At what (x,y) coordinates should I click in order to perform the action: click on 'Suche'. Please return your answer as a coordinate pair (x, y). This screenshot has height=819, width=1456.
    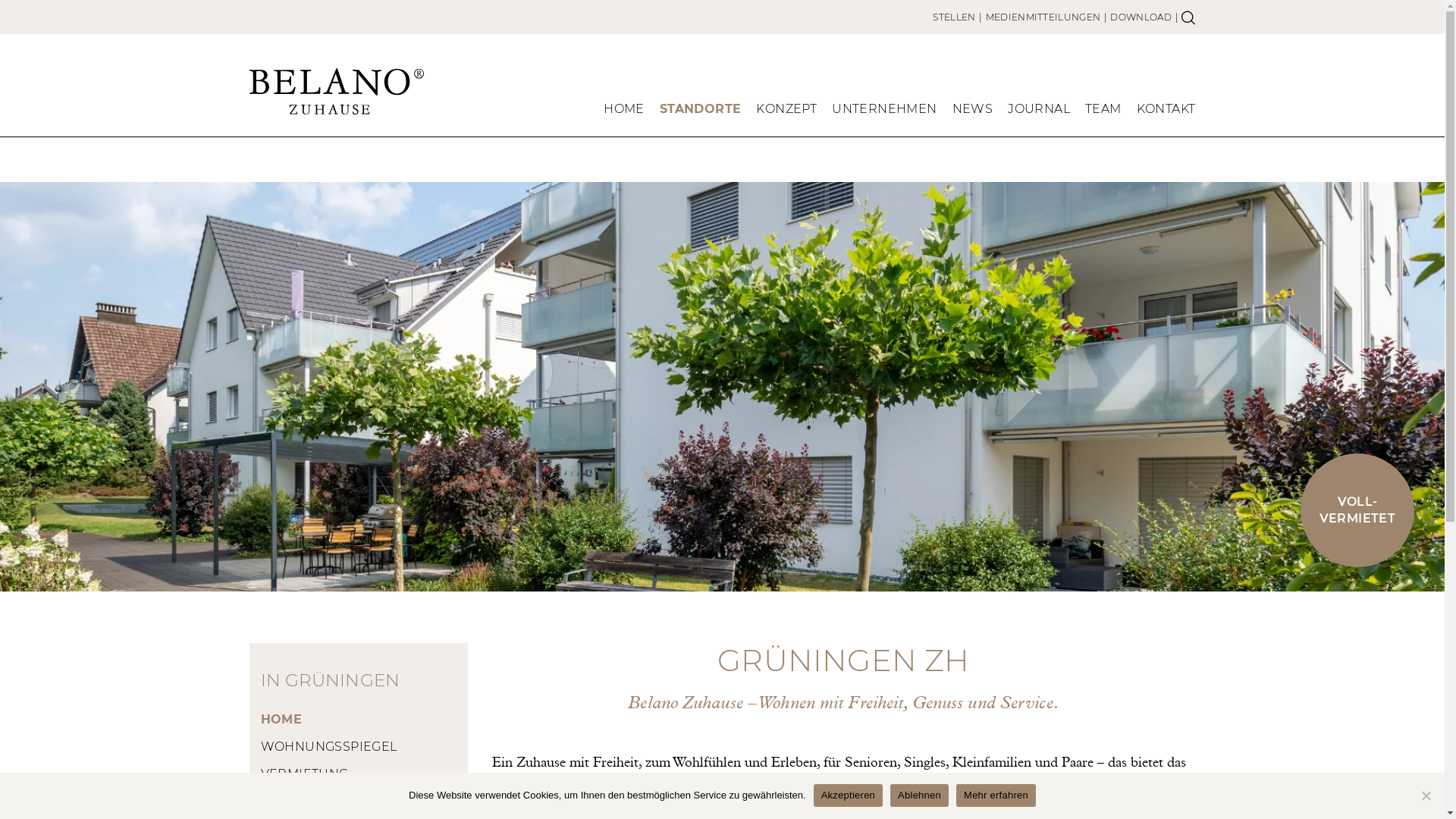
    Looking at the image, I should click on (1187, 17).